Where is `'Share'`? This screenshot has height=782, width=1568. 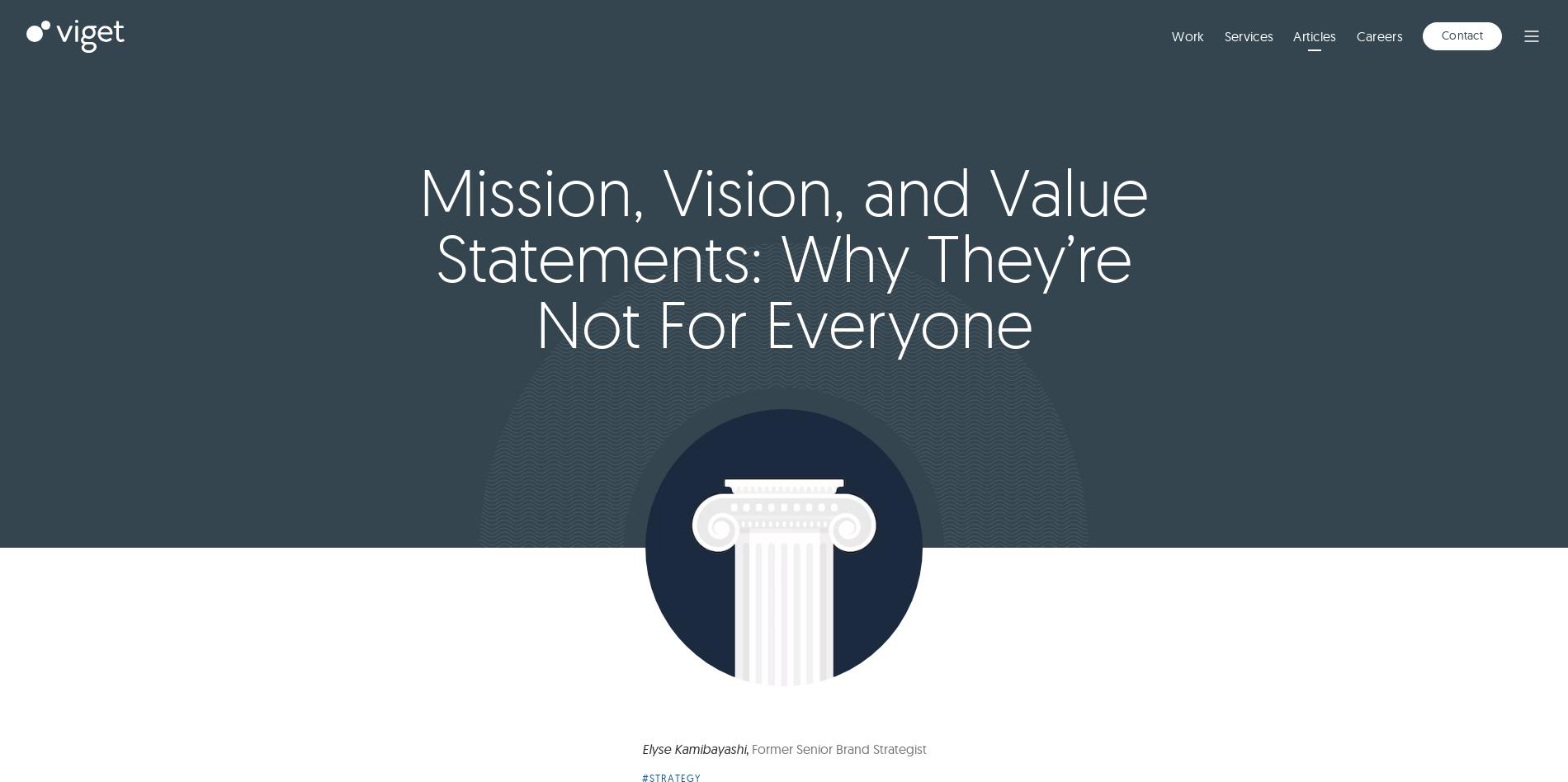 'Share' is located at coordinates (1480, 23).